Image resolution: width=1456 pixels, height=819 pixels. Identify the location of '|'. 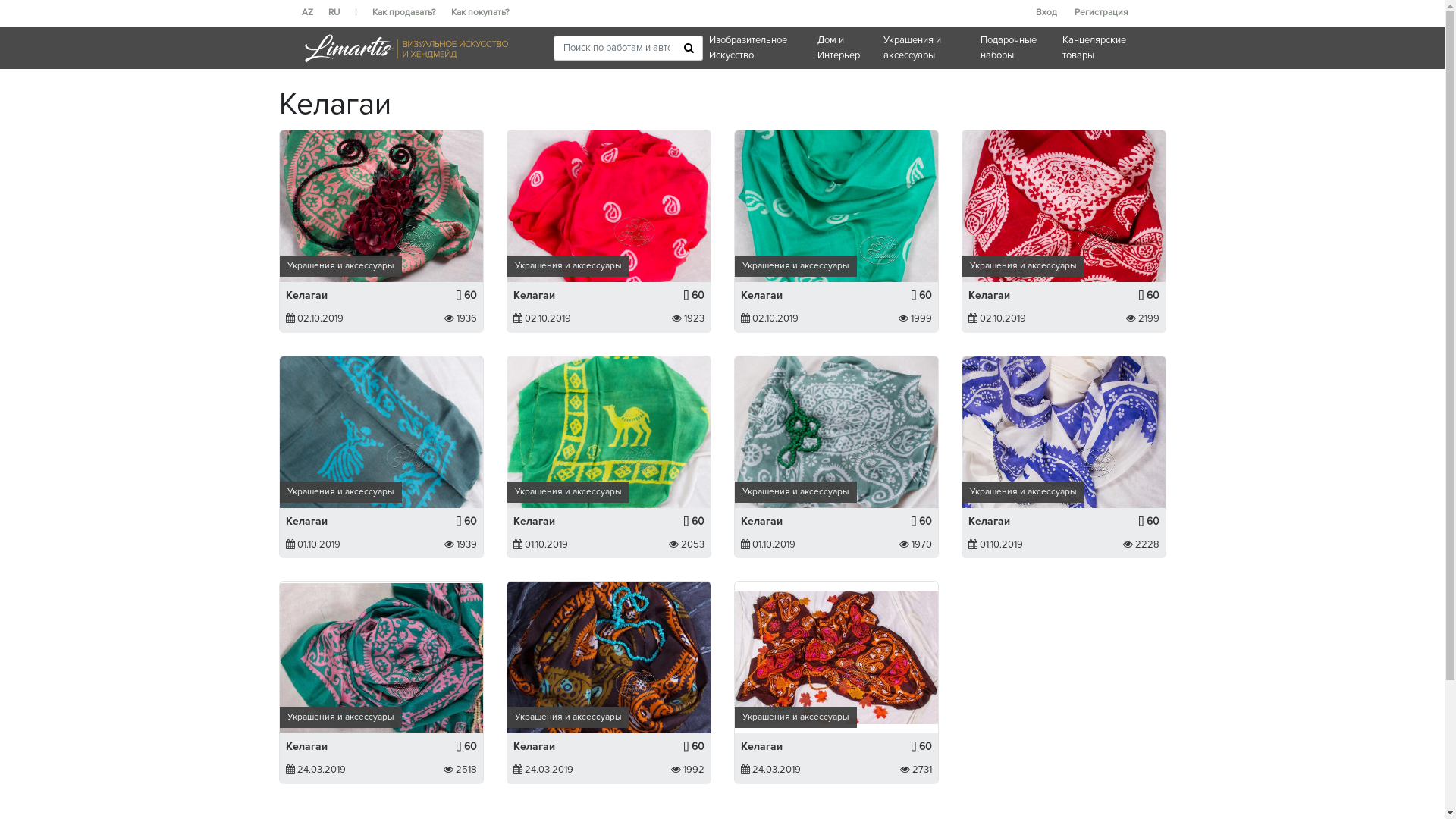
(362, 12).